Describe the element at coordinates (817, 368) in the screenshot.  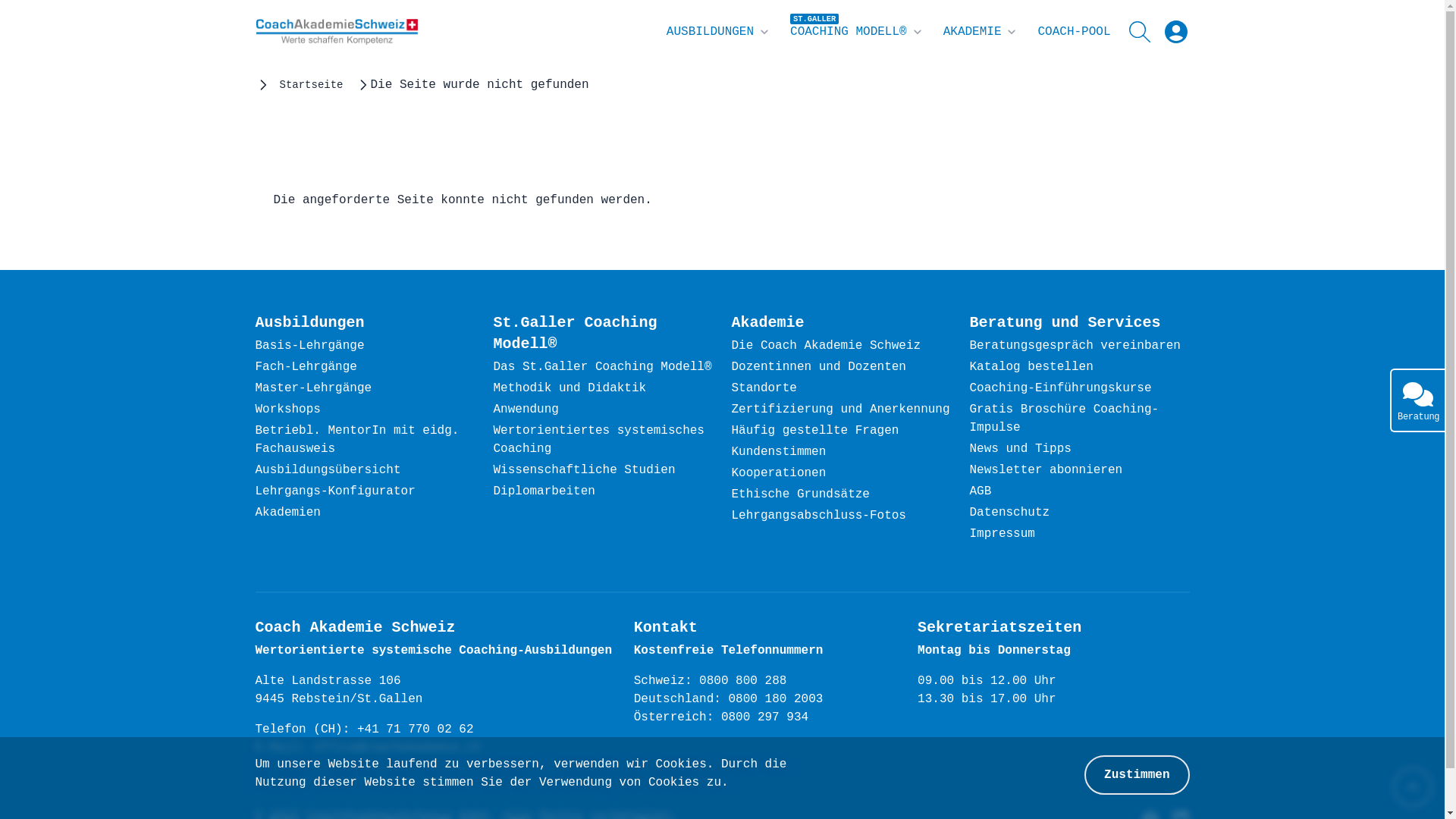
I see `'Dozentinnen und Dozenten'` at that location.